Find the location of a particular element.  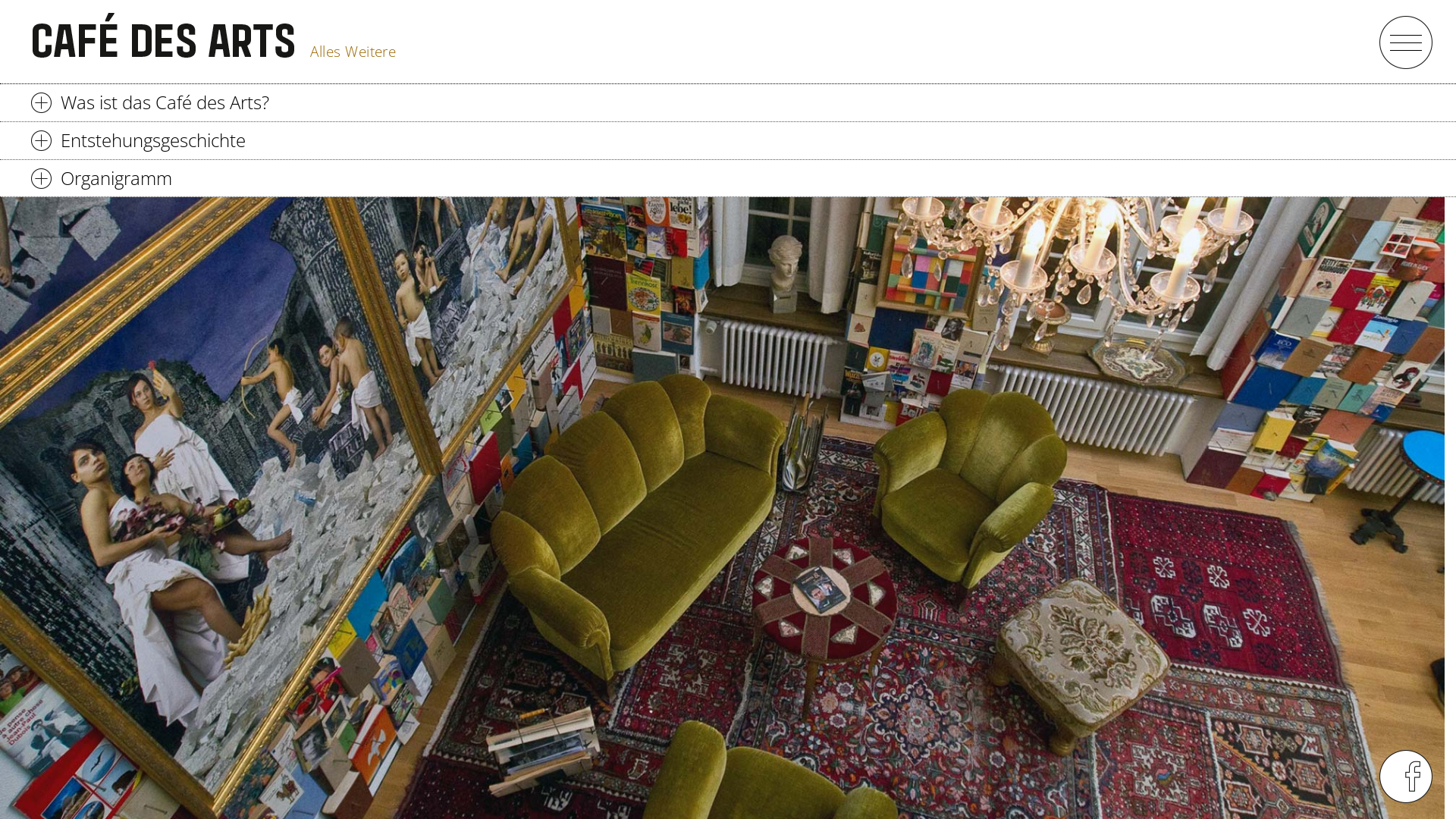

'menu' is located at coordinates (1379, 776).